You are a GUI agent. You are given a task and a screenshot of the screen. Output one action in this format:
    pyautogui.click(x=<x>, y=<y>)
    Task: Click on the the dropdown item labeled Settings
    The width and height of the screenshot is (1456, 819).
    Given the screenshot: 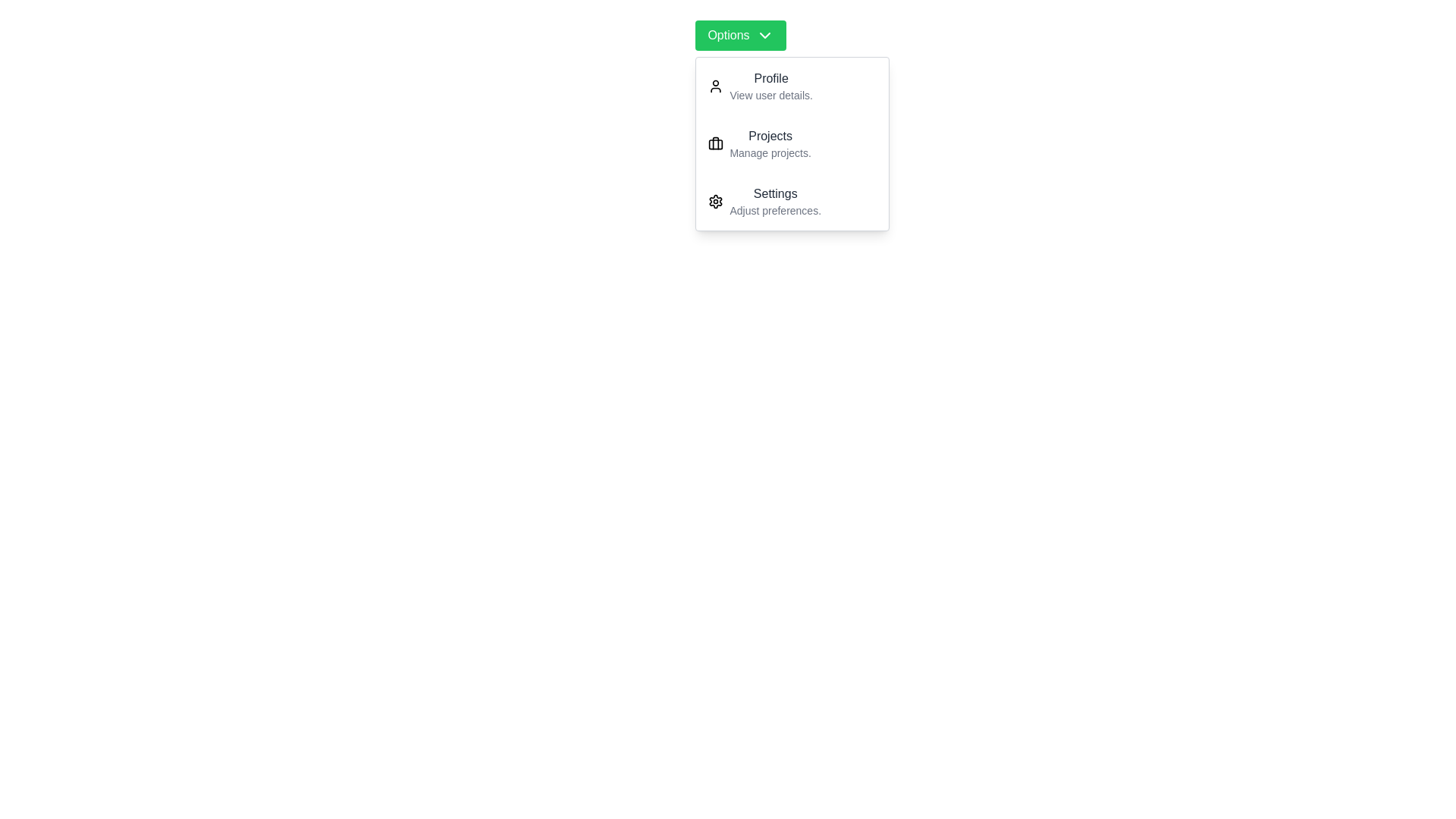 What is the action you would take?
    pyautogui.click(x=792, y=201)
    